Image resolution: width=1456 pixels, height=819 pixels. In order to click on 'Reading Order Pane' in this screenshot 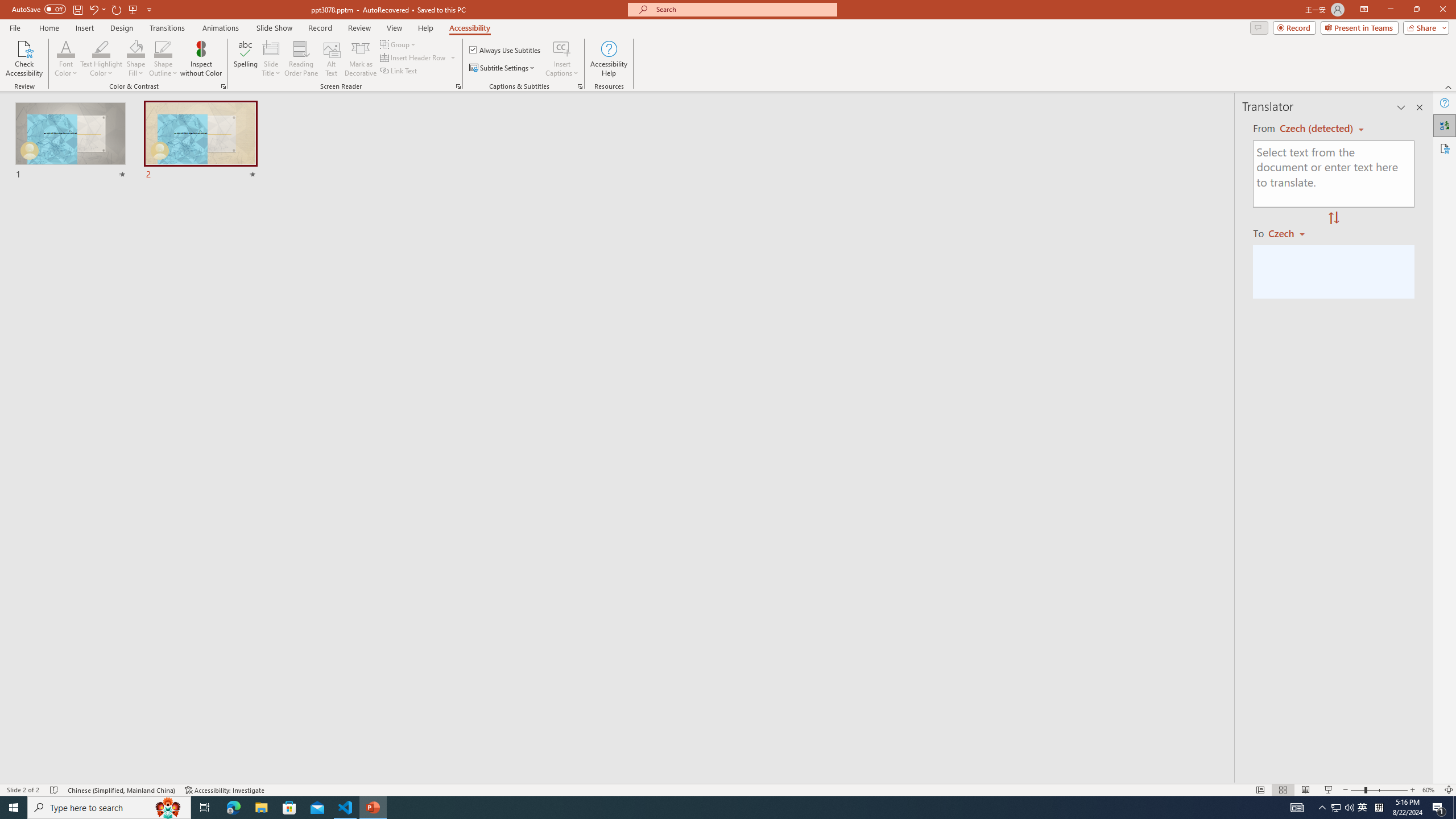, I will do `click(301, 59)`.